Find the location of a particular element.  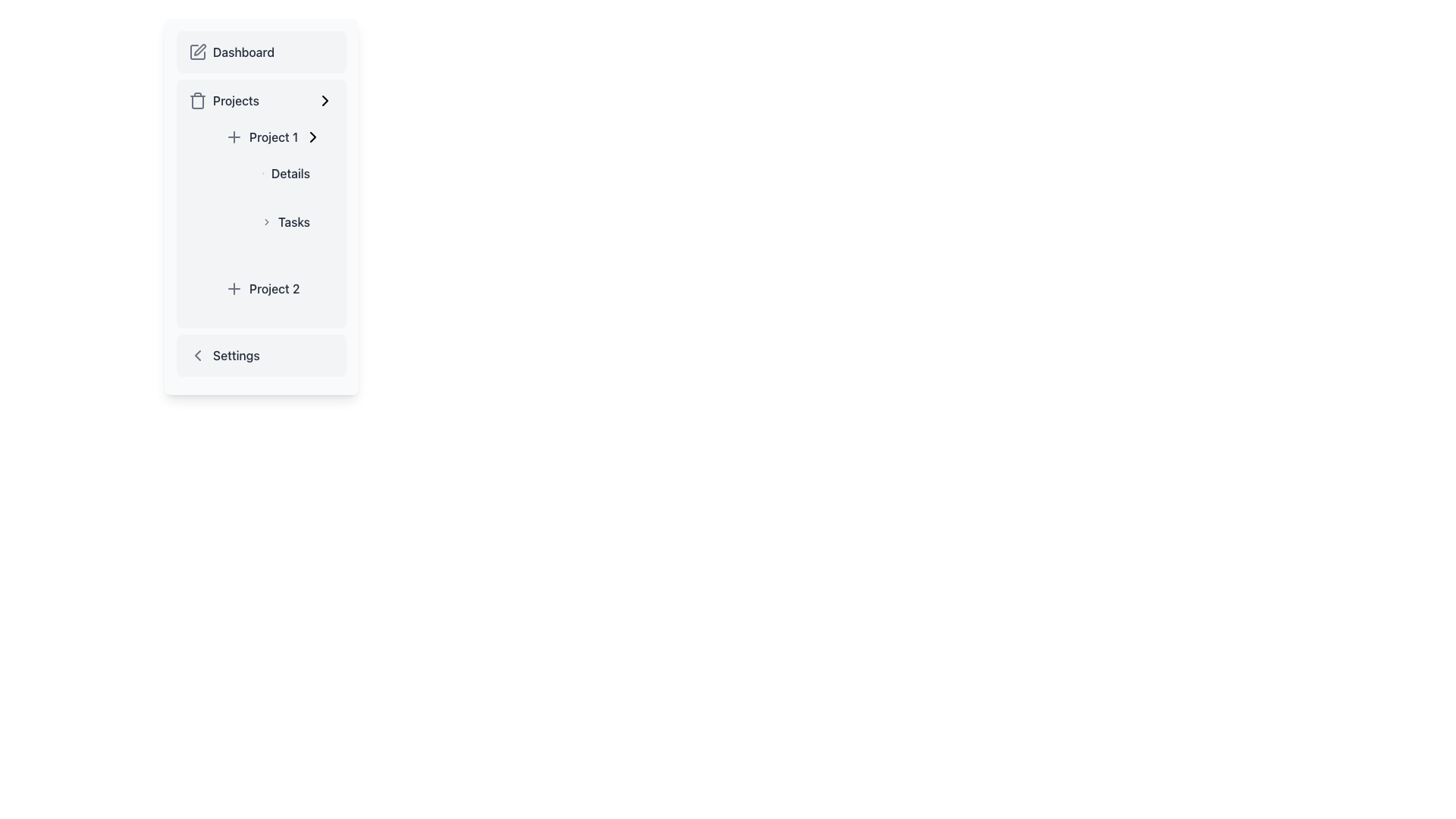

the fourth item in the vertical navigation menu for 'Project 2' is located at coordinates (273, 289).